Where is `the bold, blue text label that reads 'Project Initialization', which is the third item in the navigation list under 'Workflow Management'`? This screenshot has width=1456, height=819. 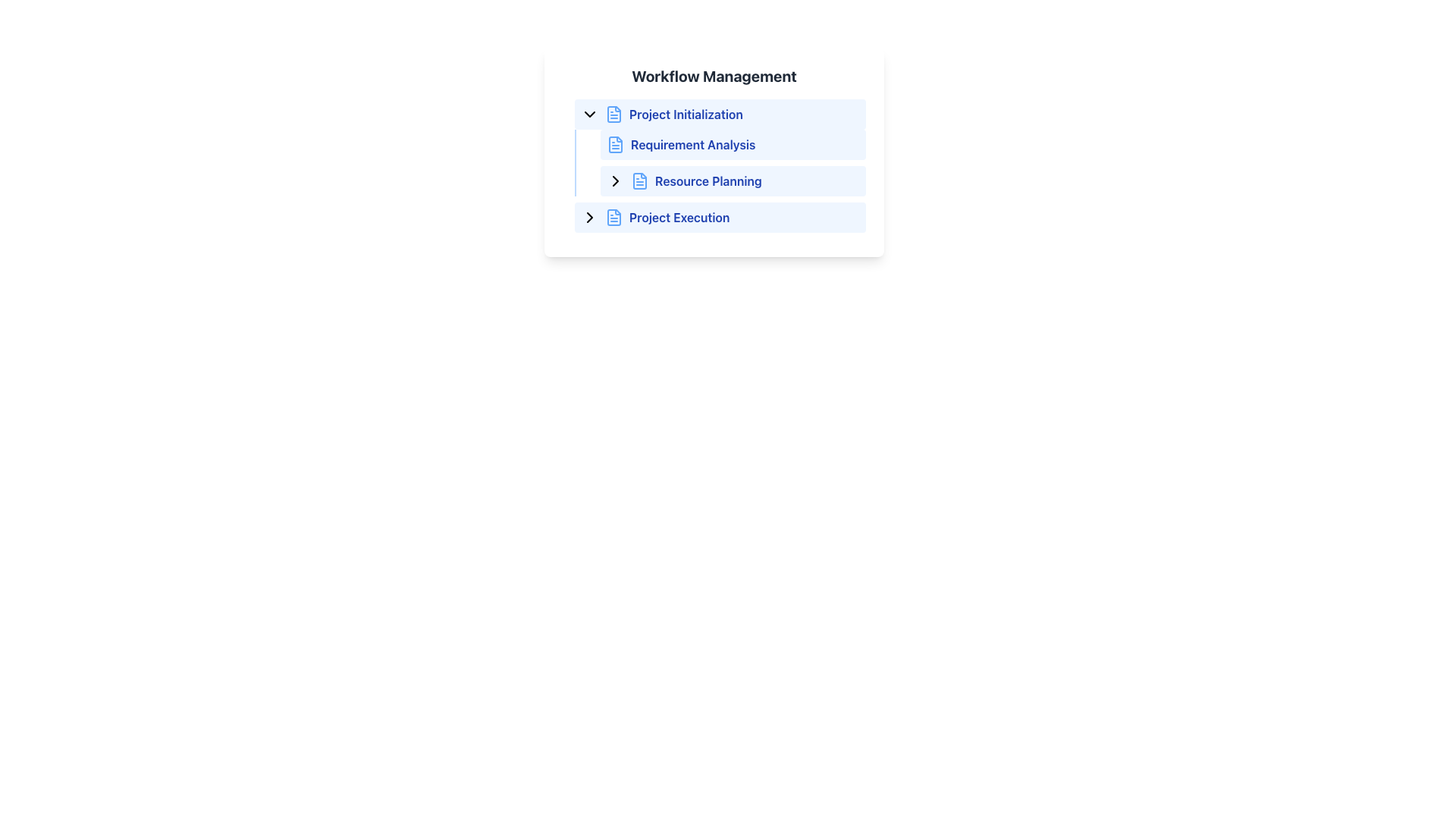 the bold, blue text label that reads 'Project Initialization', which is the third item in the navigation list under 'Workflow Management' is located at coordinates (685, 113).